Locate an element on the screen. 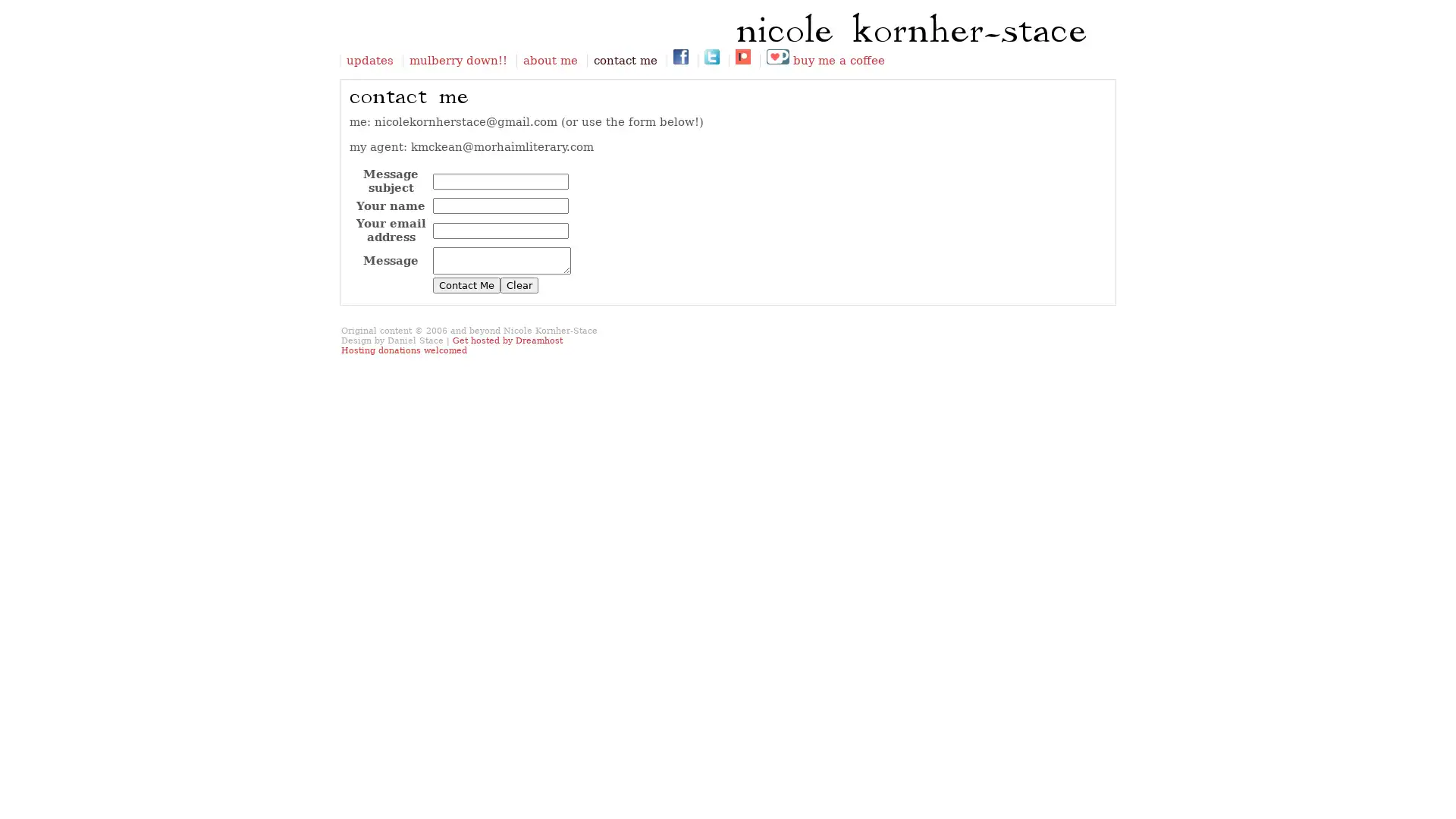 This screenshot has width=1456, height=819. Clear is located at coordinates (519, 285).